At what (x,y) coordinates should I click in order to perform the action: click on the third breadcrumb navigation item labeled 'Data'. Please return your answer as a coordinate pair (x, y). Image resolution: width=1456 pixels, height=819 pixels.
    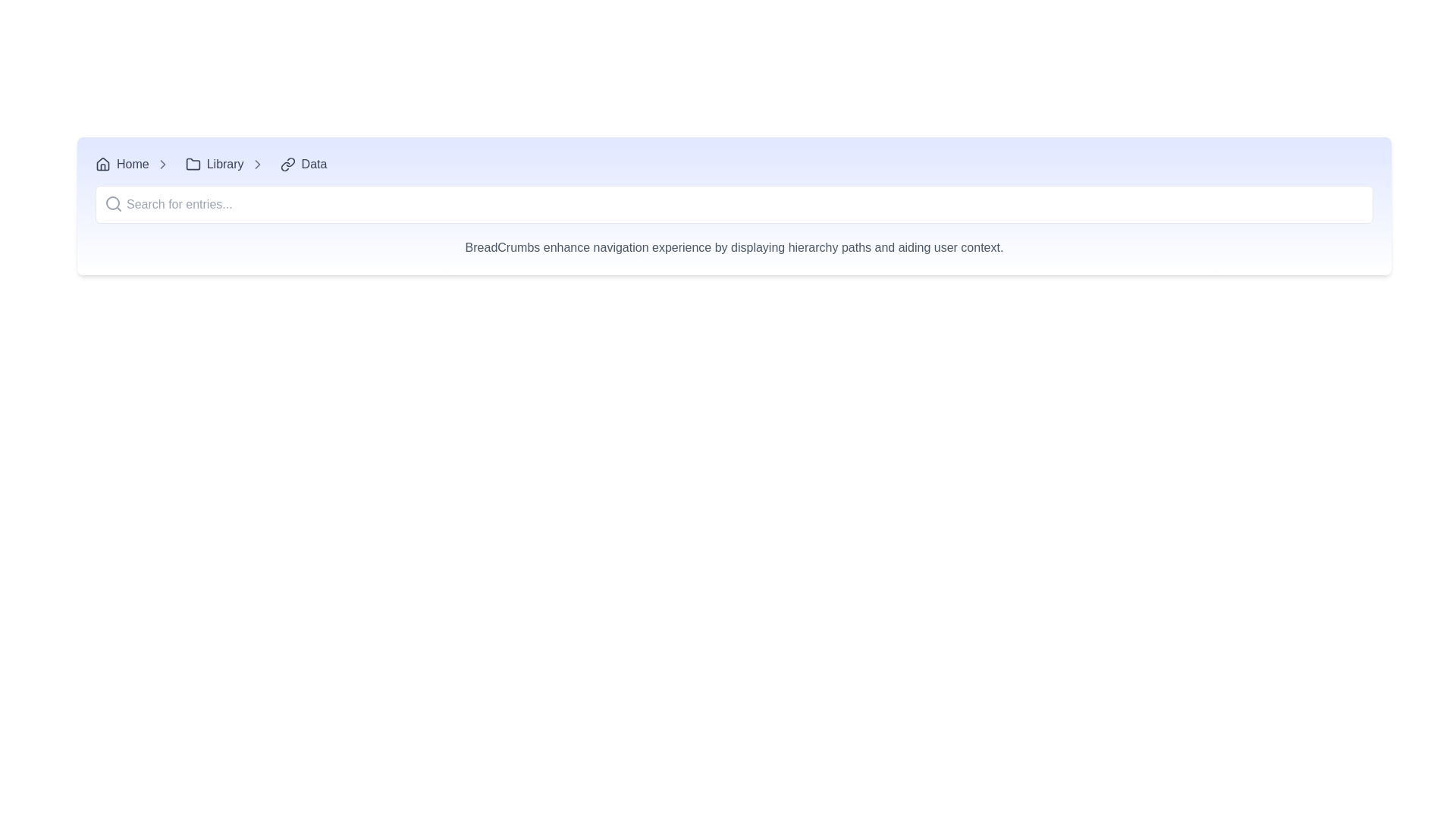
    Looking at the image, I should click on (303, 164).